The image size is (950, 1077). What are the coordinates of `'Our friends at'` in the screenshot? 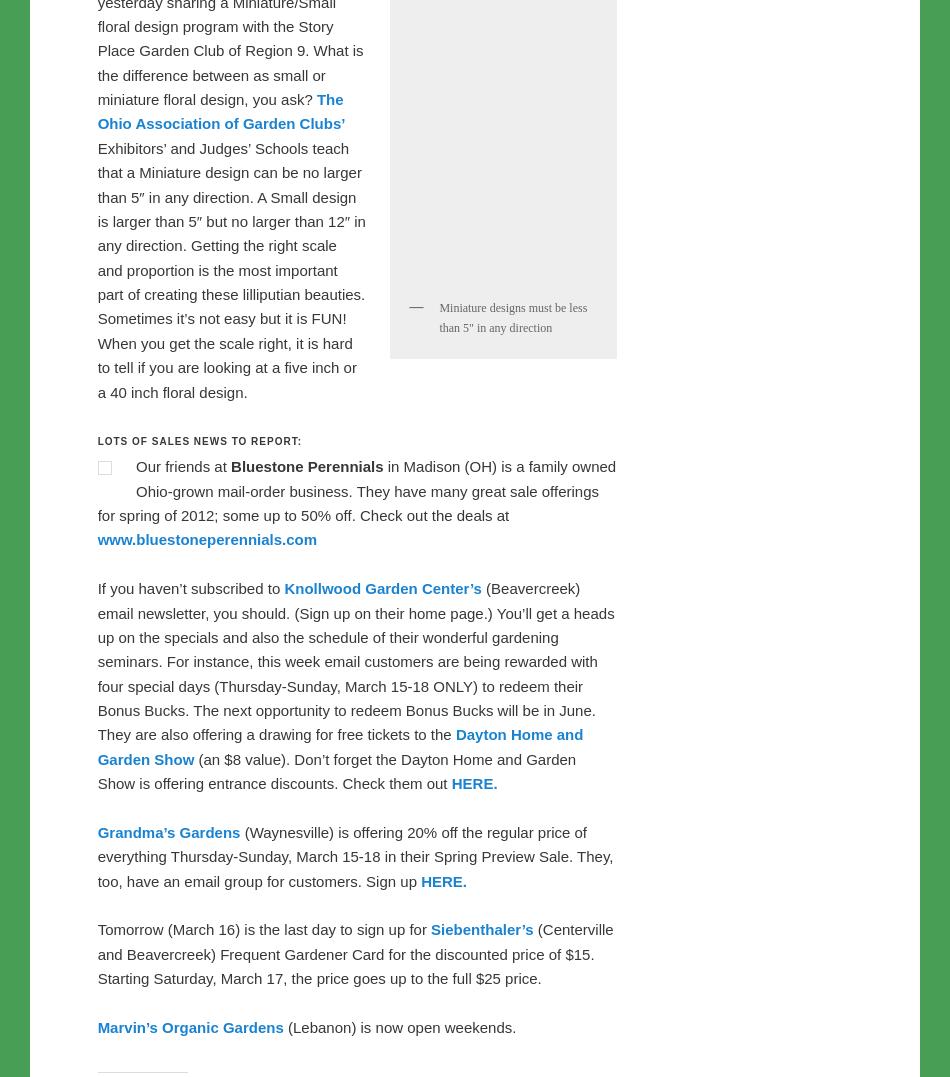 It's located at (350, 466).